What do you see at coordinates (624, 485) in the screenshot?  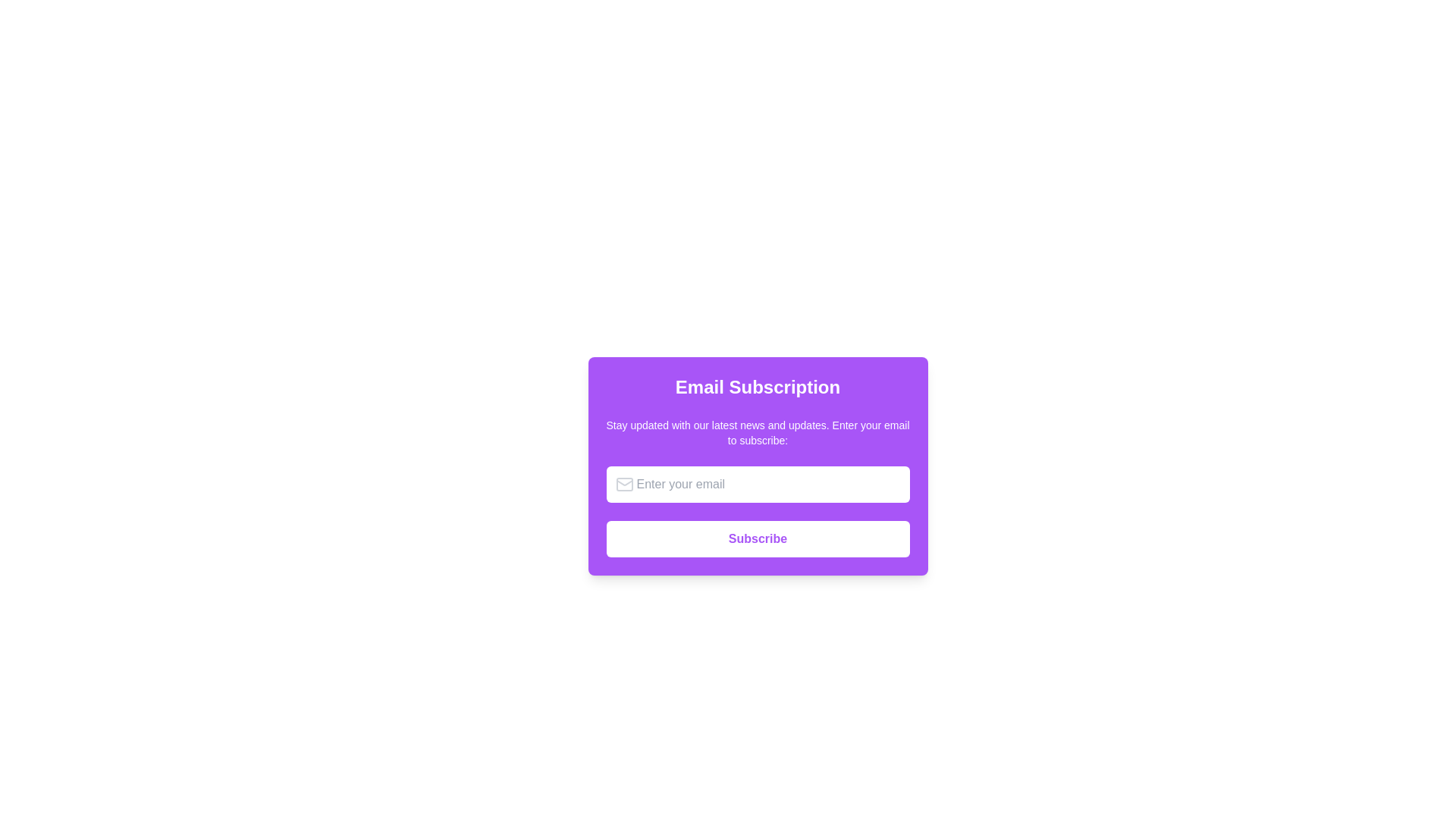 I see `envelope icon located to the left of the email input field, which has a gray outline` at bounding box center [624, 485].